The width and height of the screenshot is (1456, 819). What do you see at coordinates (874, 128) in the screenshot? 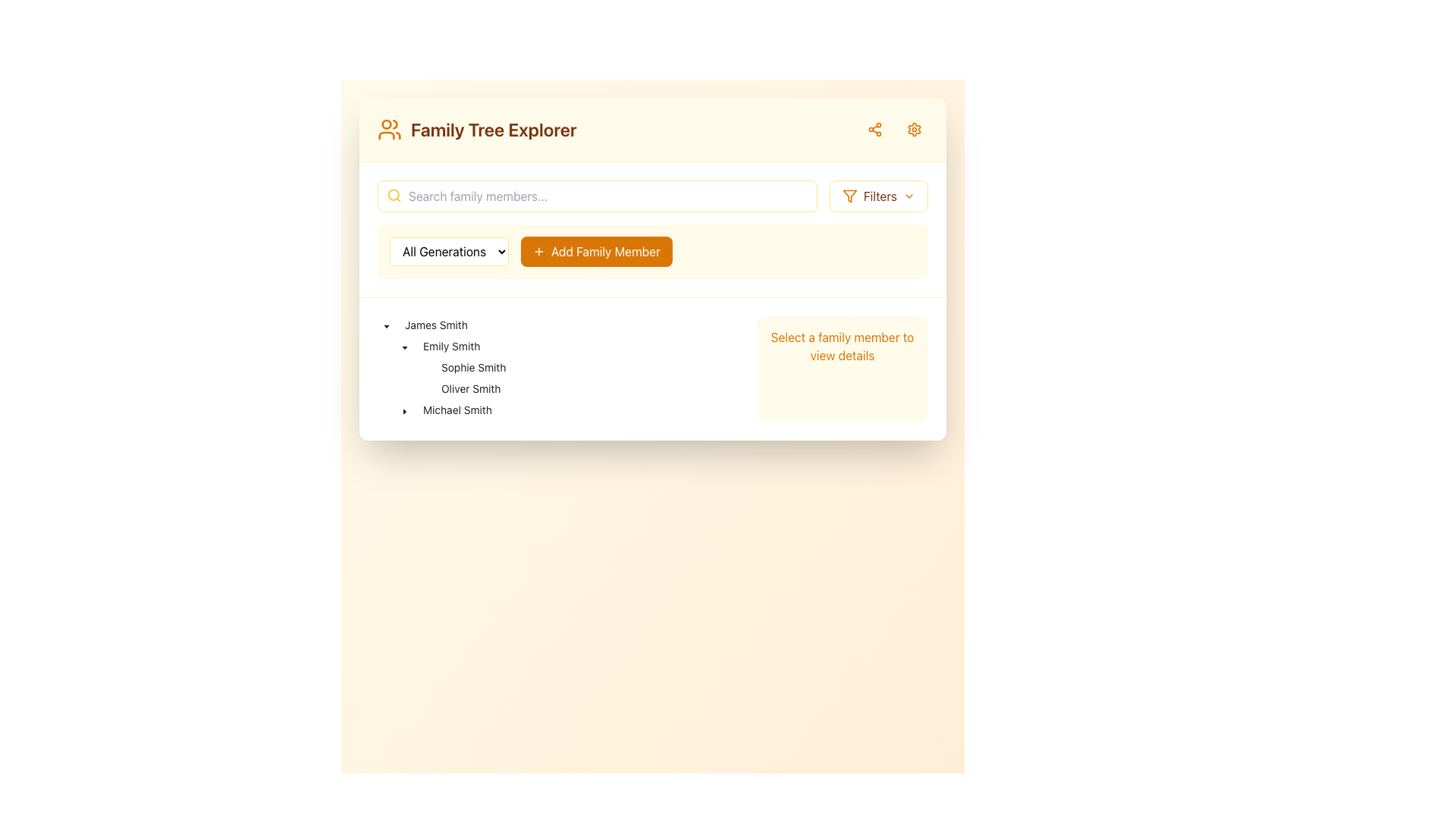
I see `the share icon button, which is a small bright amber SVG icon with three interconnected circles located at the top-right corner of the interface` at bounding box center [874, 128].